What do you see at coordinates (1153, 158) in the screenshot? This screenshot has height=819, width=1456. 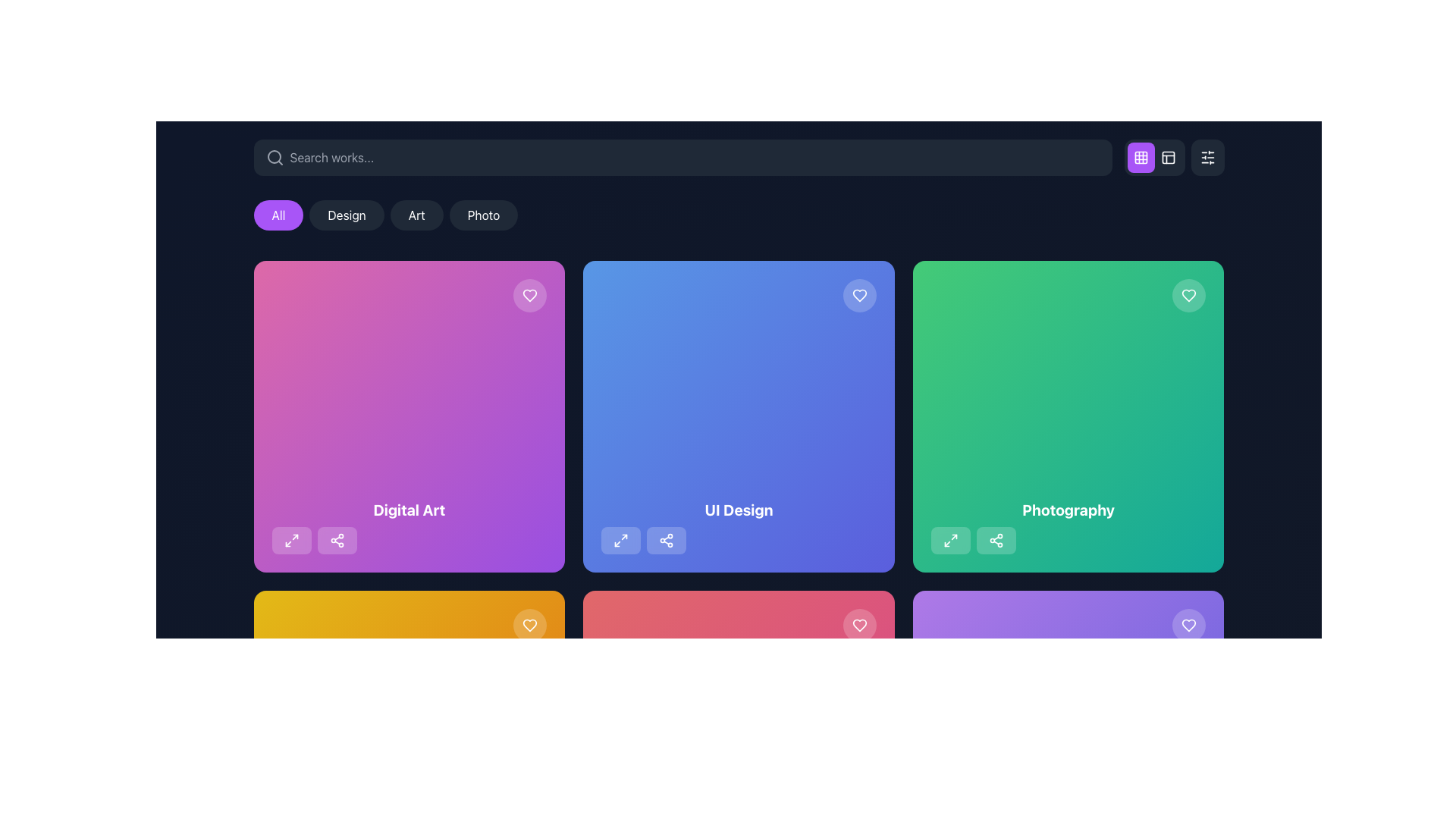 I see `the button with a purple background and white grid-like icon` at bounding box center [1153, 158].